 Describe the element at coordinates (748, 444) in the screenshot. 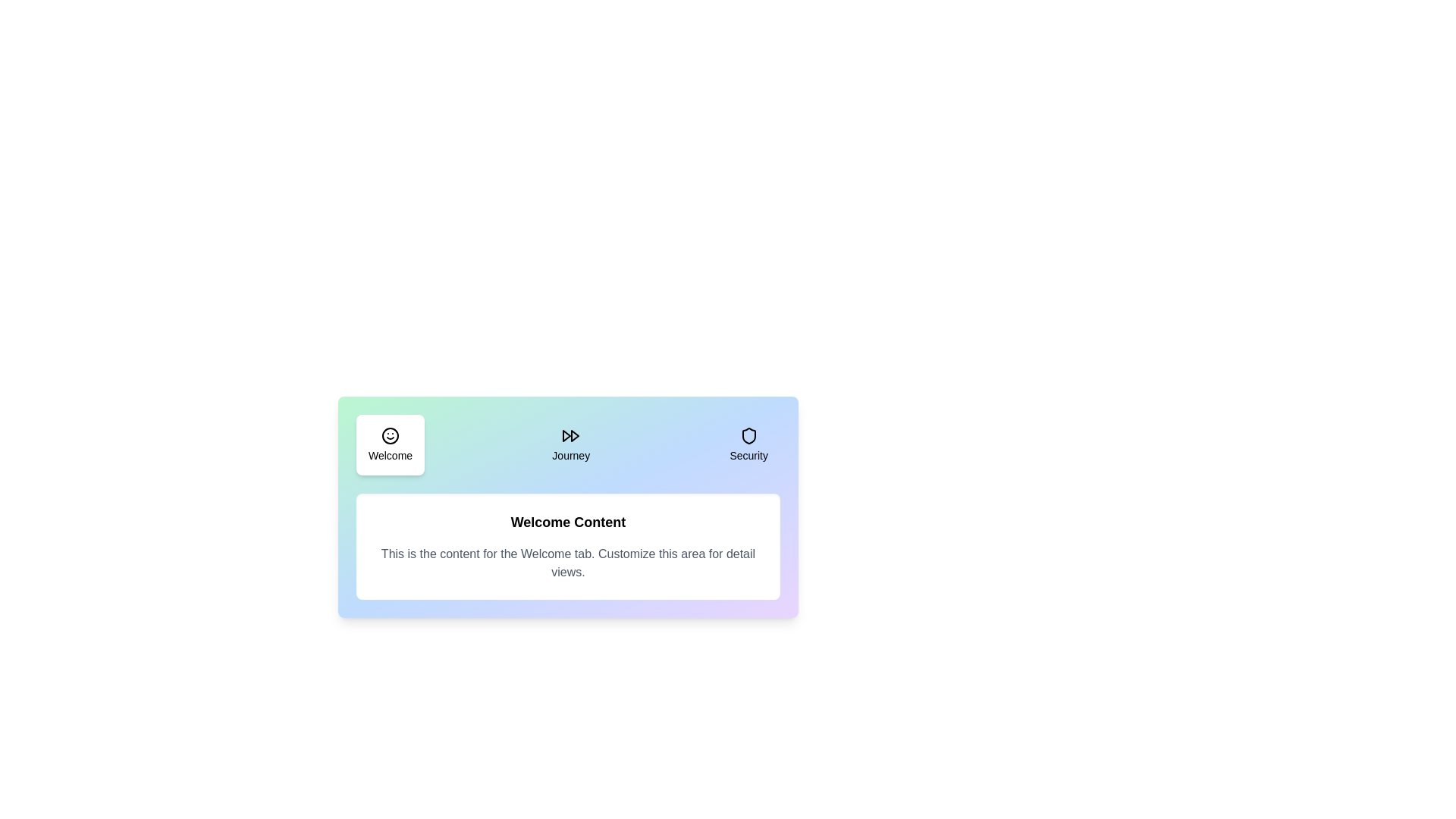

I see `the Security tab` at that location.